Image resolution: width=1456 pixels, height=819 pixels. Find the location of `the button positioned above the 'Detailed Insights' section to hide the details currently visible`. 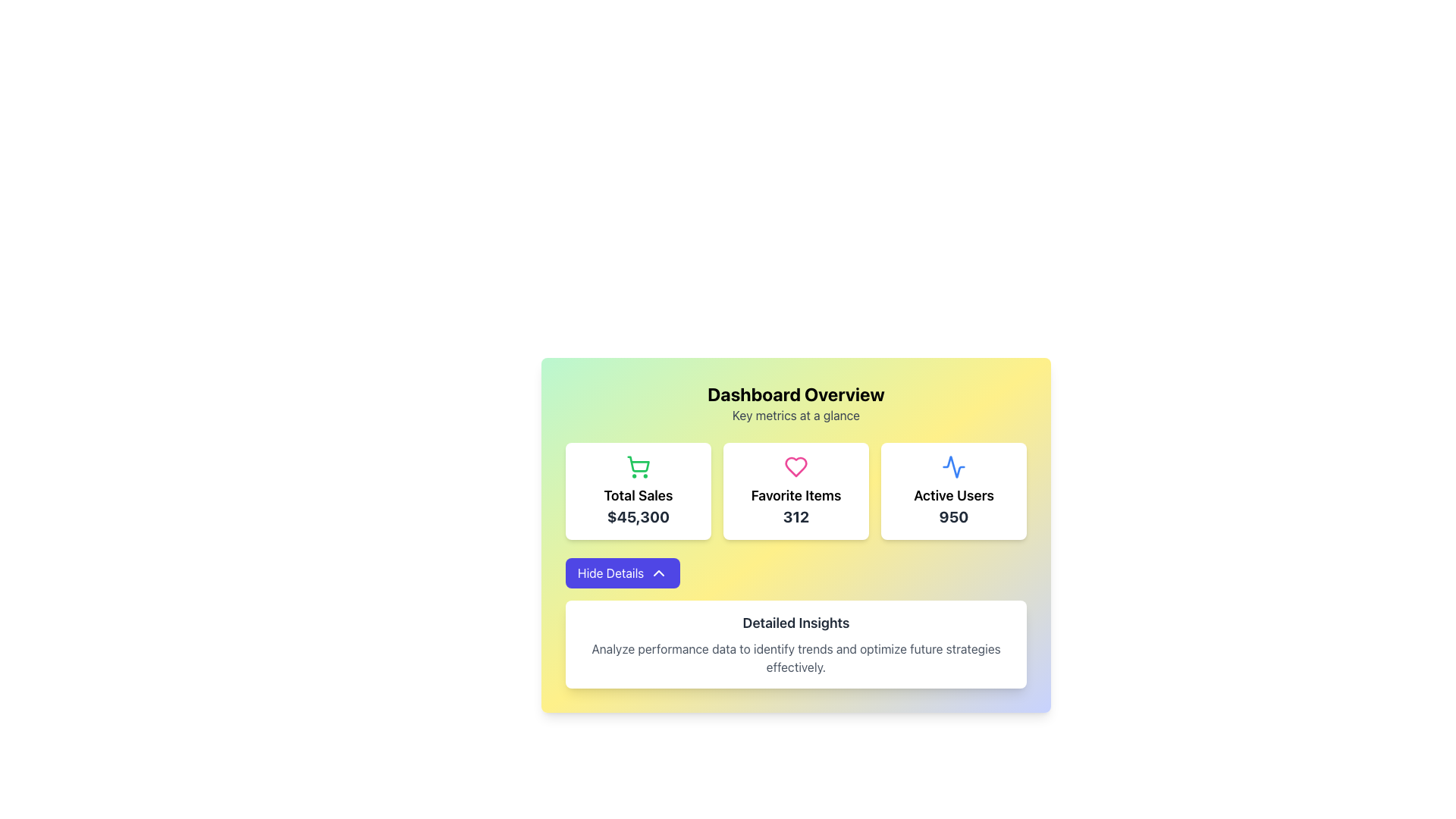

the button positioned above the 'Detailed Insights' section to hide the details currently visible is located at coordinates (623, 573).